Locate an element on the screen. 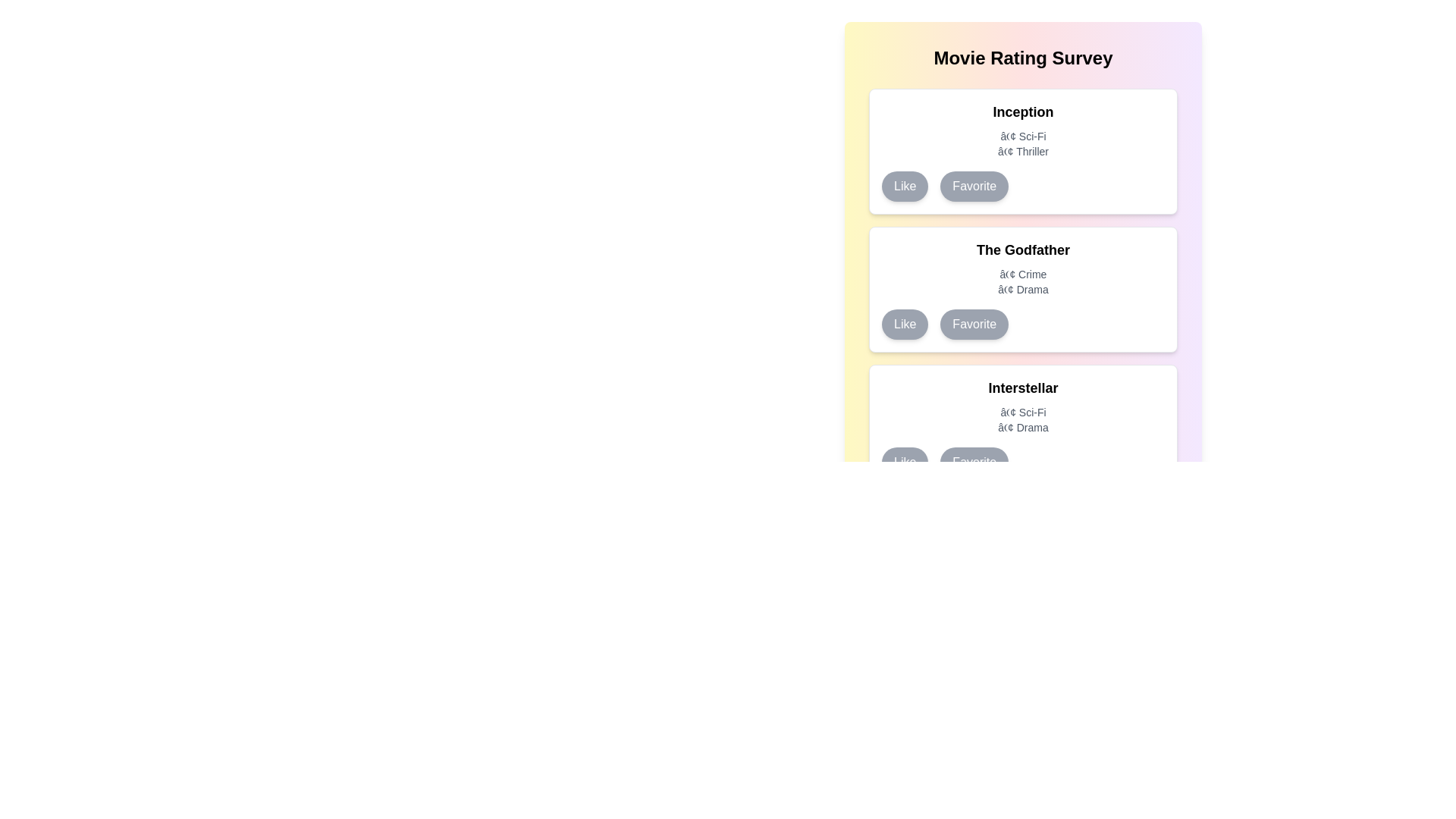 The height and width of the screenshot is (819, 1456). the 'Crime' genre text label located in the second card titled 'The Godfather', which is the first item in the genre list and situated above the text '• Drama' is located at coordinates (1023, 275).